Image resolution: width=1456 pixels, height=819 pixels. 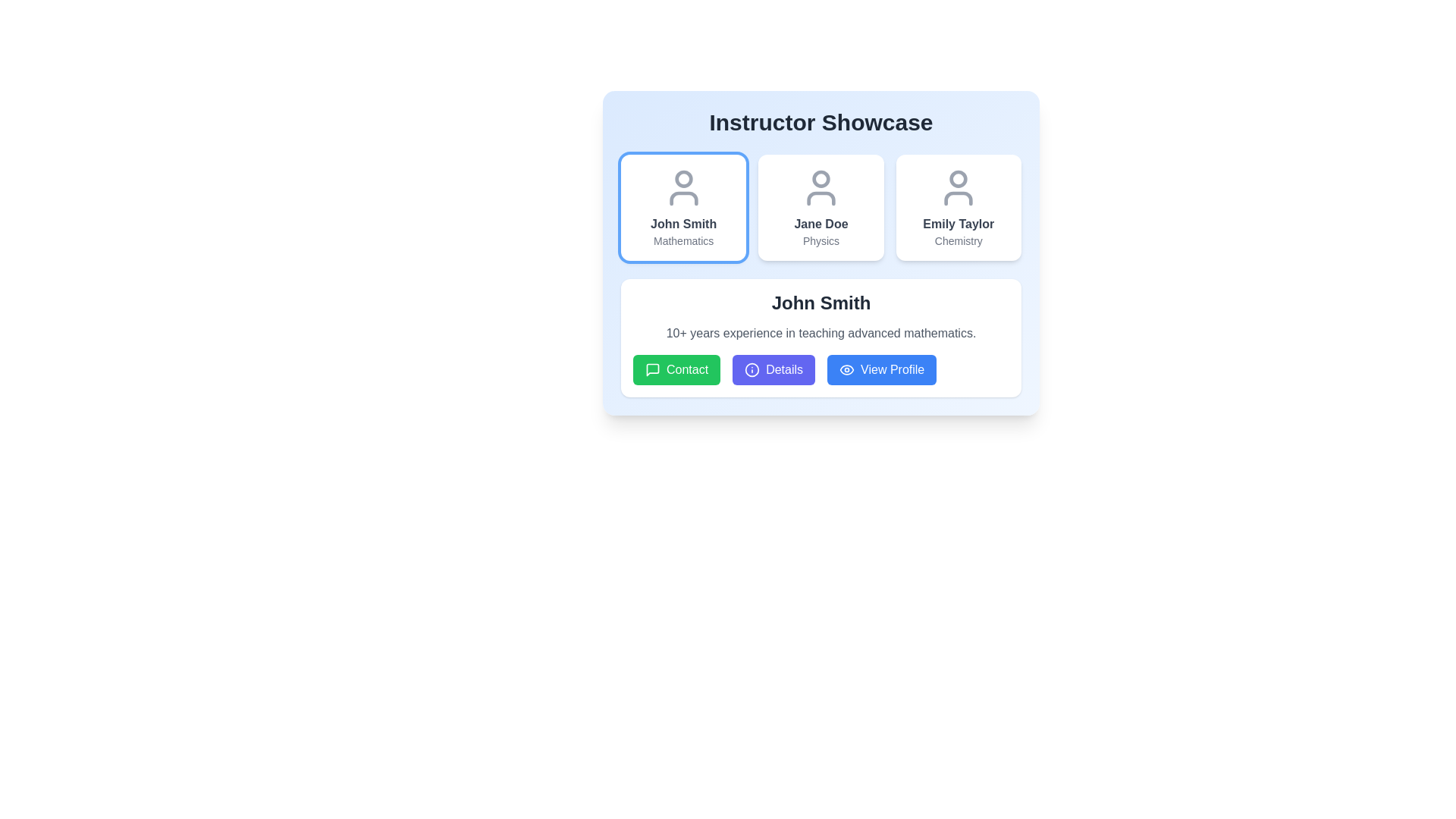 I want to click on the 'Details' icon located within the button at the bottom center of the interface, so click(x=752, y=370).